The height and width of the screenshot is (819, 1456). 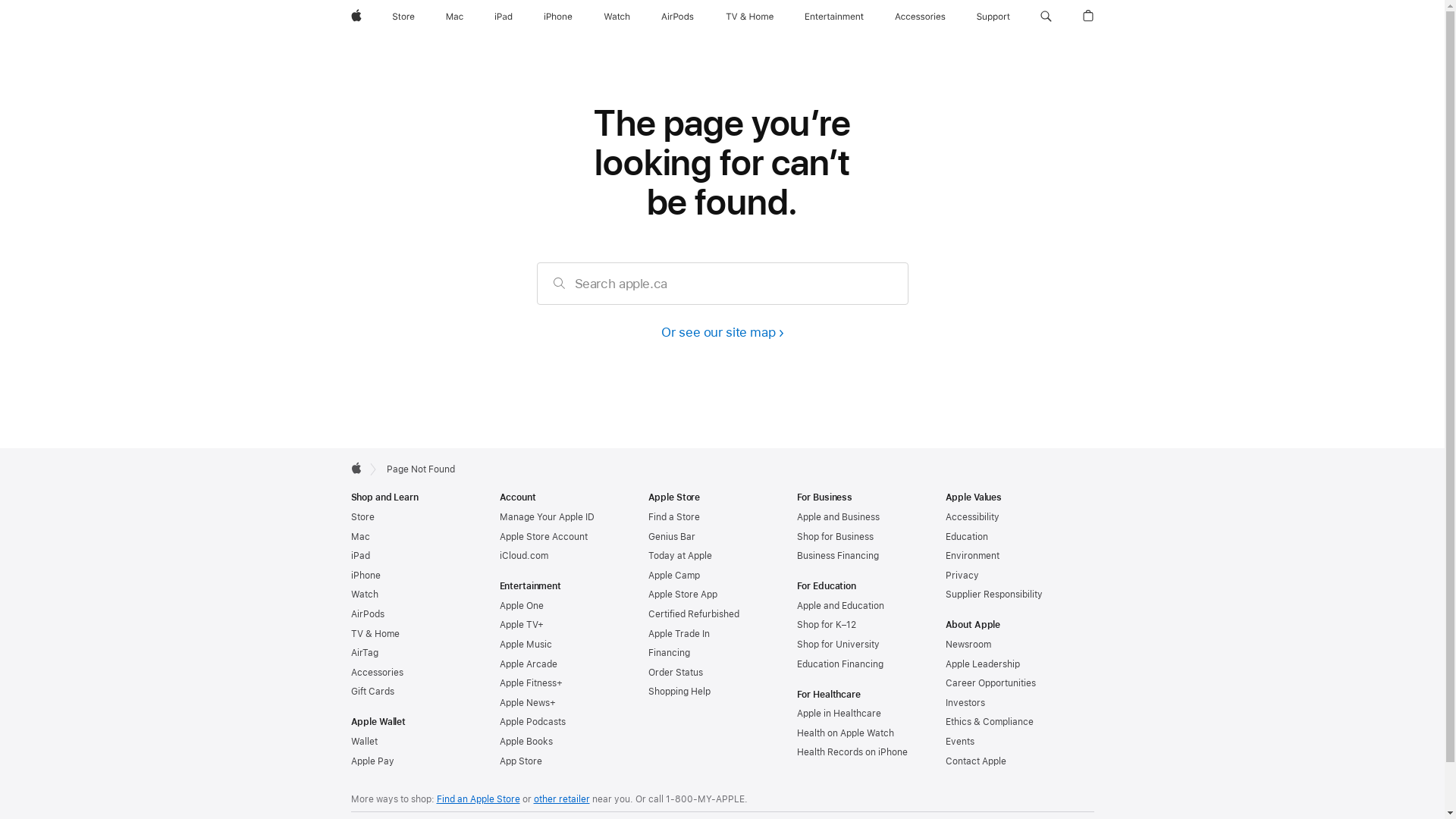 What do you see at coordinates (557, 17) in the screenshot?
I see `'iPhone'` at bounding box center [557, 17].